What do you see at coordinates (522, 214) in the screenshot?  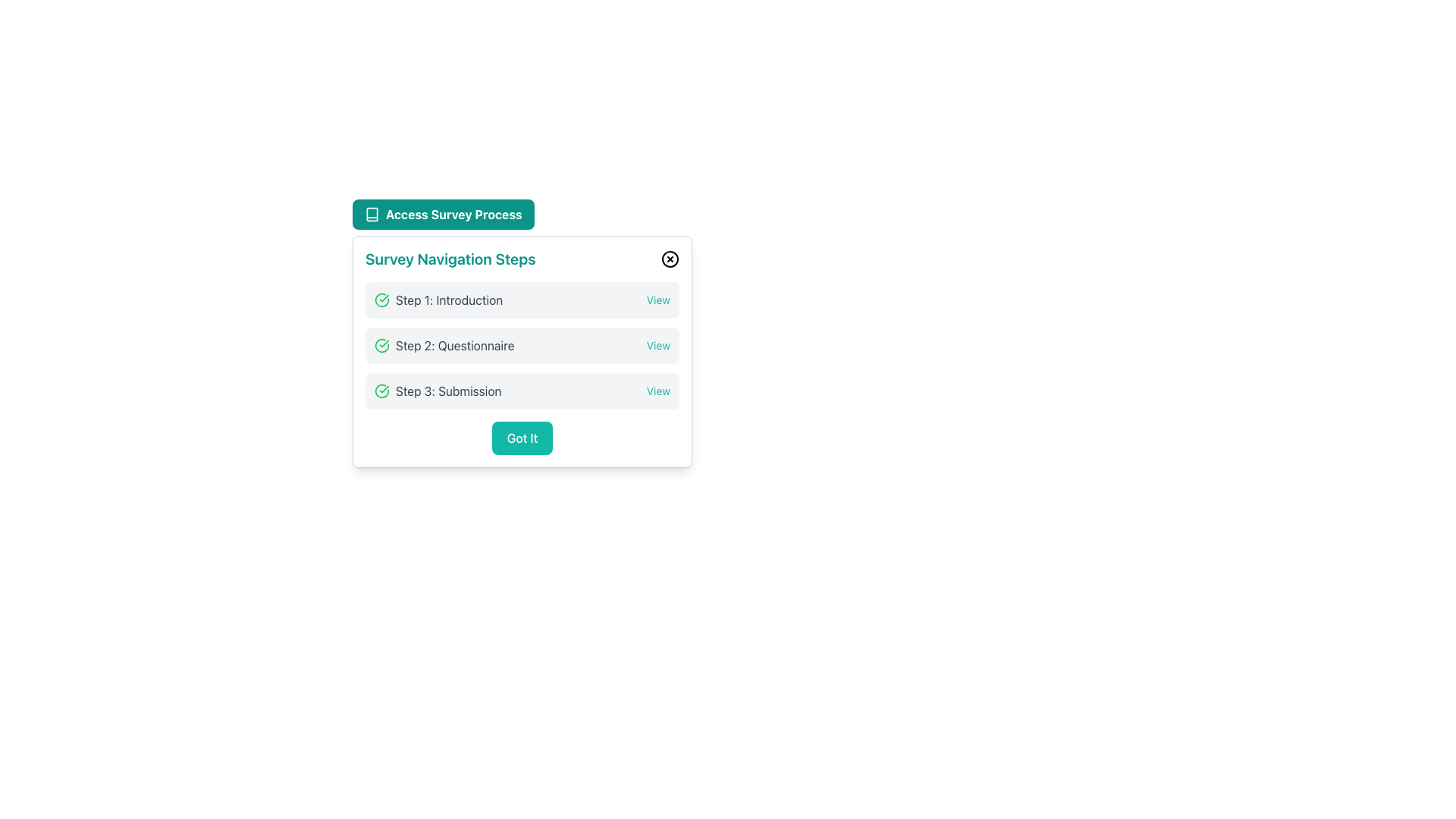 I see `the horizontally oriented teal button with rounded edges labeled 'Access Survey Process'` at bounding box center [522, 214].